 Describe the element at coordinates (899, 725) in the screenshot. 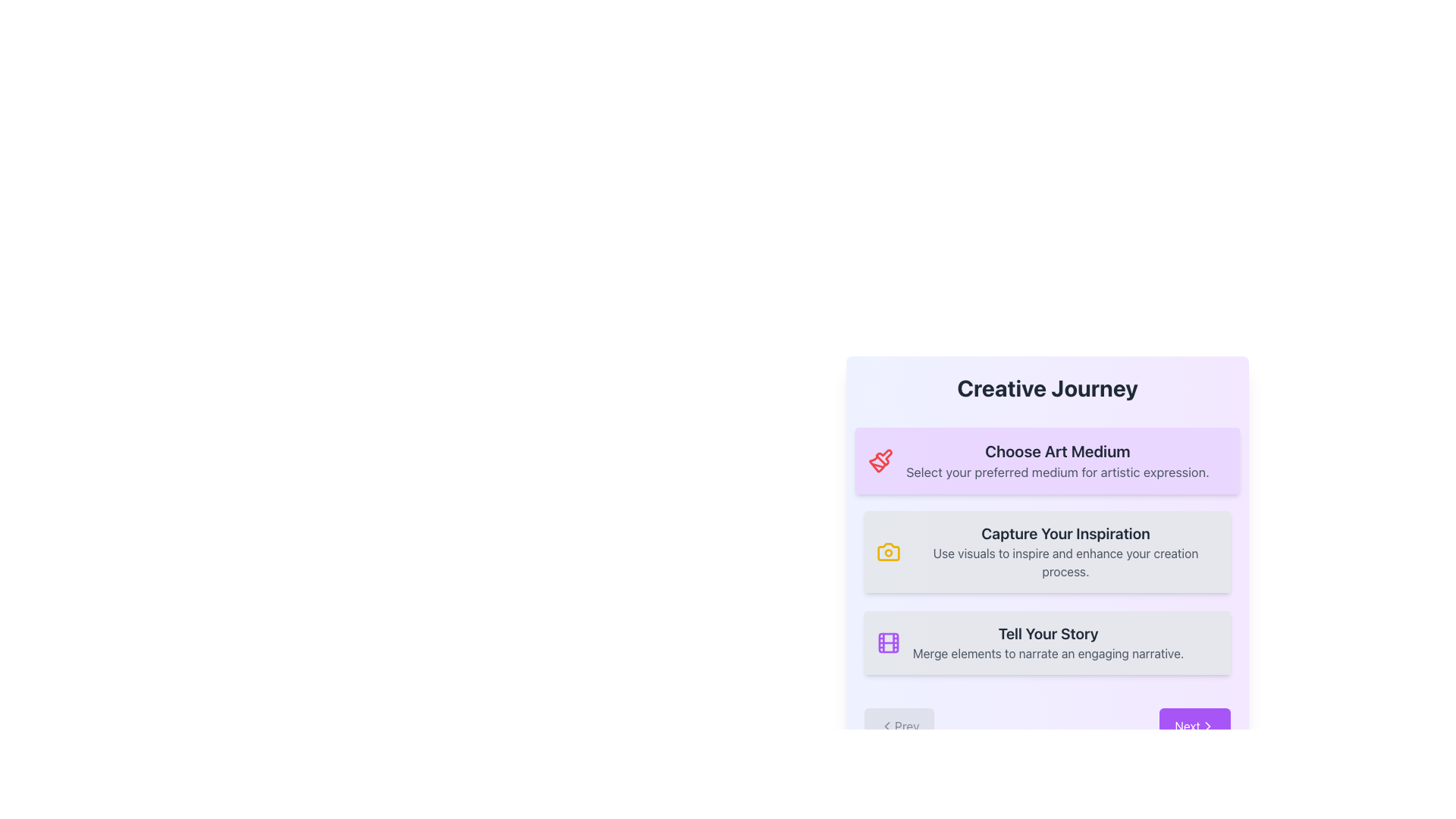

I see `the 'Prev' button located at the bottom-left corner of the navigation panel` at that location.